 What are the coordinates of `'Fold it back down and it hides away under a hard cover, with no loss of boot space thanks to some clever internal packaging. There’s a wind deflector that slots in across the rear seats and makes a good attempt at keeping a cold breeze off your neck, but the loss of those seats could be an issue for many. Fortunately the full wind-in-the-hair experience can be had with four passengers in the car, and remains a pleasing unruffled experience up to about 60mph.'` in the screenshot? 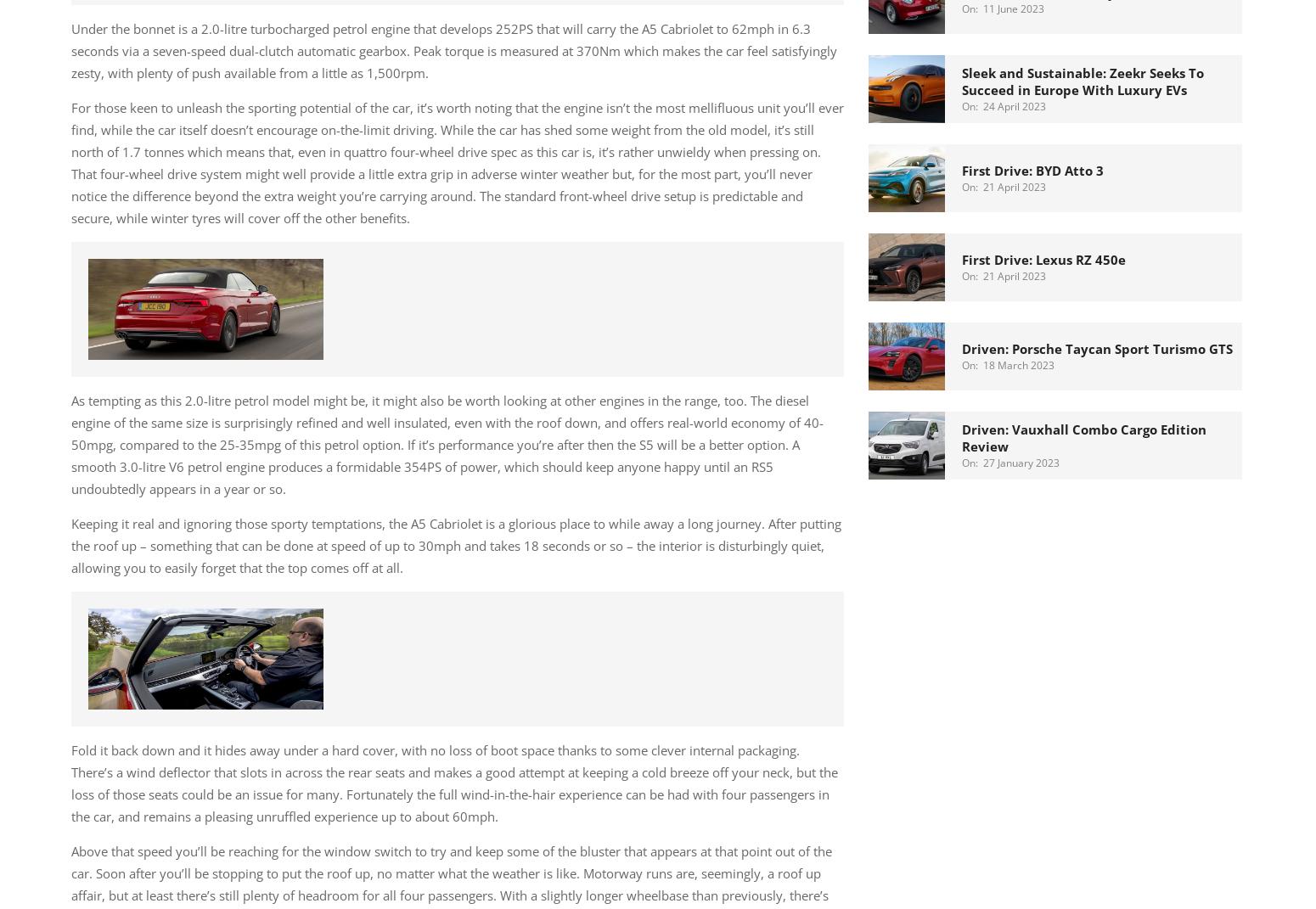 It's located at (453, 782).